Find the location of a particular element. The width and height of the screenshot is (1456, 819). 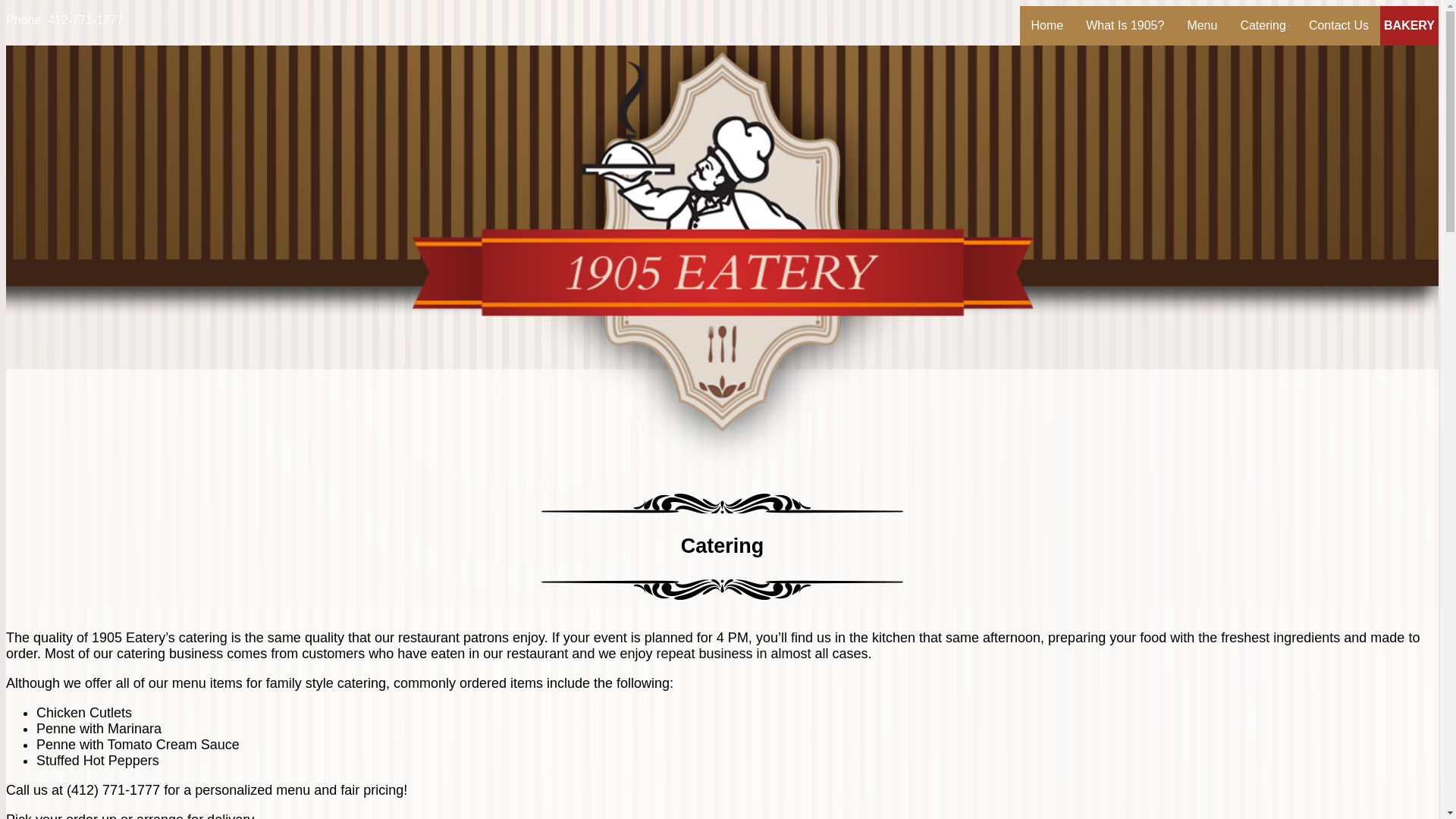

'Home' is located at coordinates (1046, 26).